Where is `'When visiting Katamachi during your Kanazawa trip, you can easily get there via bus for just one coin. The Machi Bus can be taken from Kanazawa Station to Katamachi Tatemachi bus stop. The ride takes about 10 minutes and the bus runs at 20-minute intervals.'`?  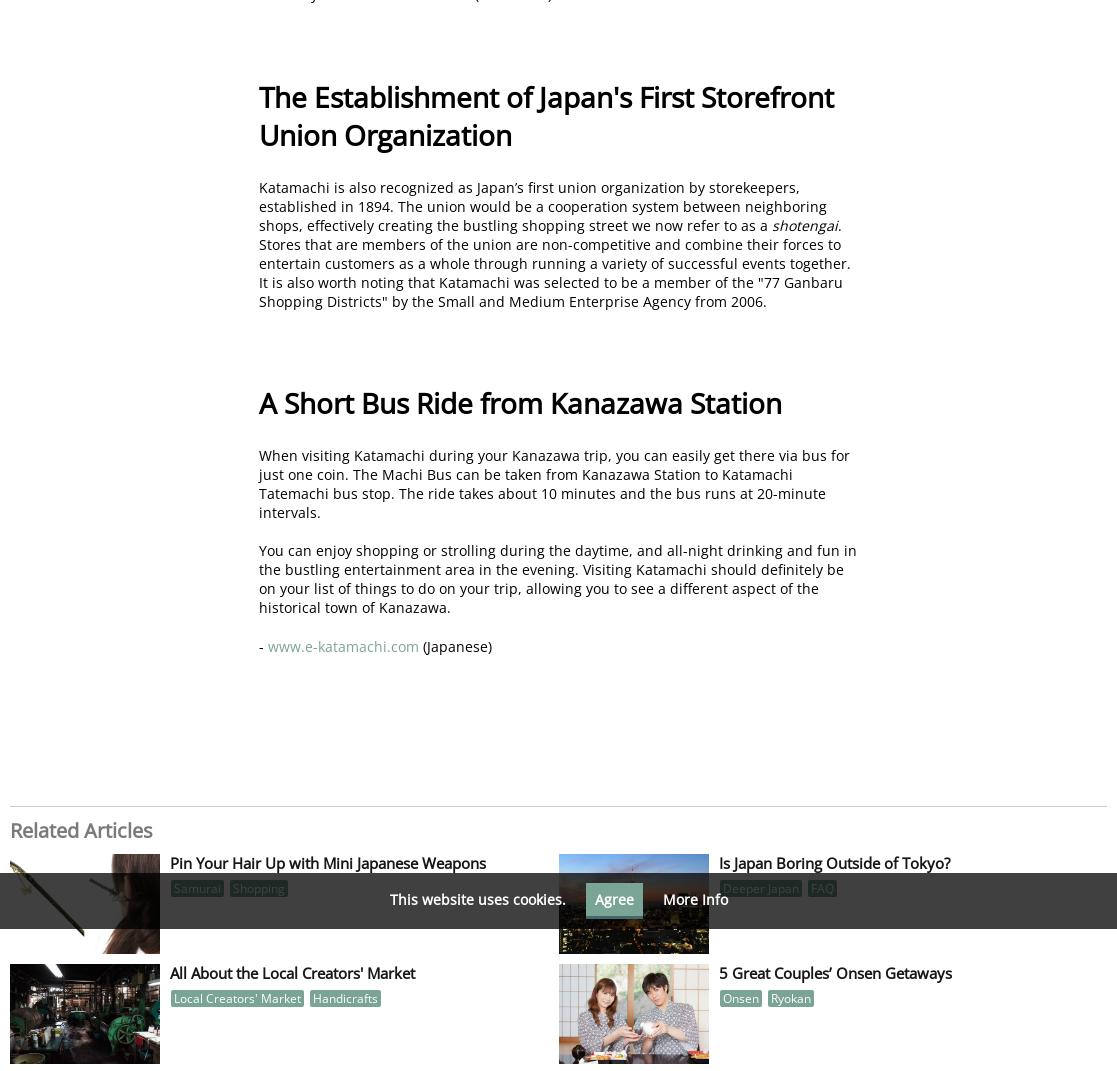
'When visiting Katamachi during your Kanazawa trip, you can easily get there via bus for just one coin. The Machi Bus can be taken from Kanazawa Station to Katamachi Tatemachi bus stop. The ride takes about 10 minutes and the bus runs at 20-minute intervals.' is located at coordinates (553, 482).